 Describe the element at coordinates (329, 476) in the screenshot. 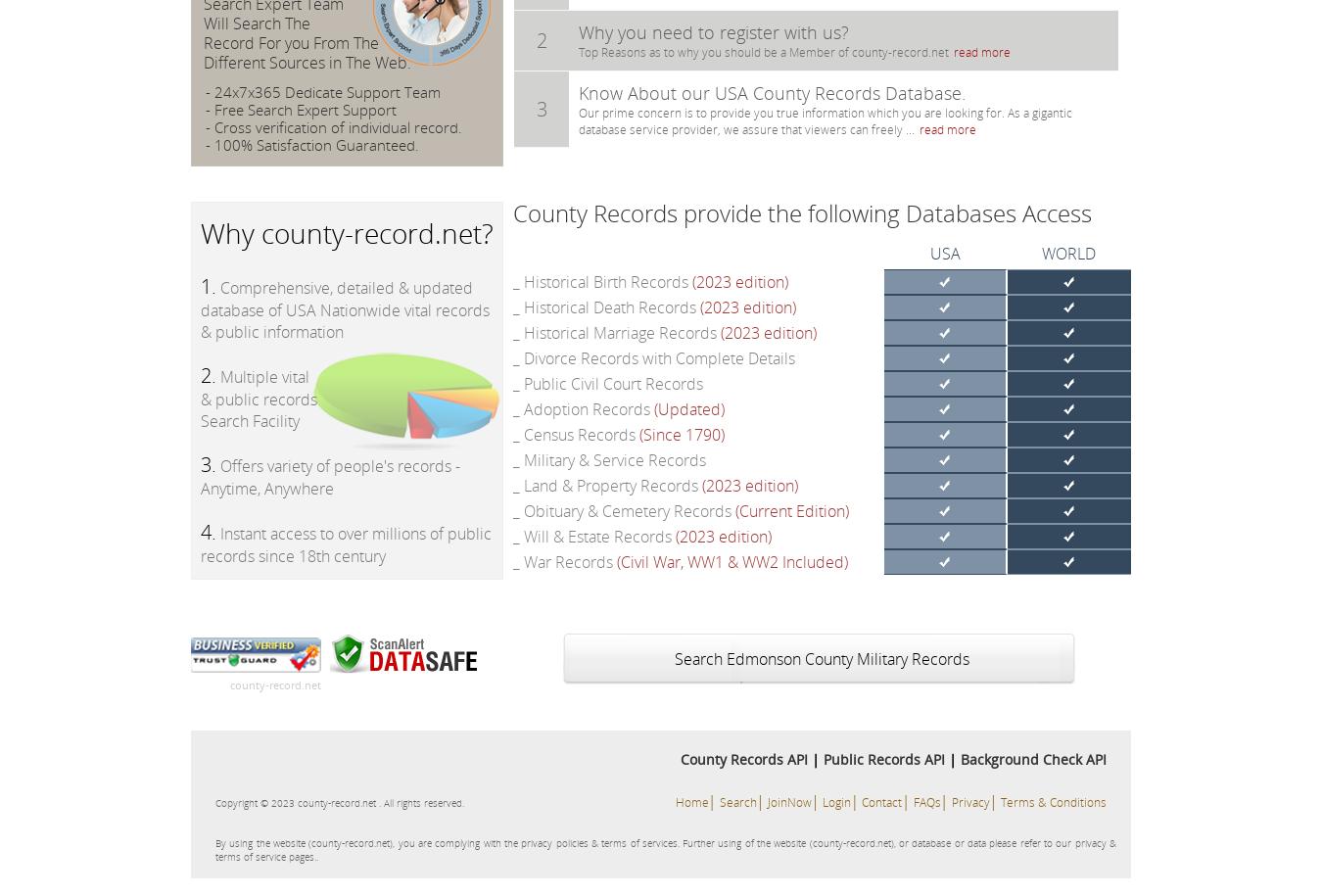

I see `'Offers variety of people's records - Anytime, Anywhere'` at that location.